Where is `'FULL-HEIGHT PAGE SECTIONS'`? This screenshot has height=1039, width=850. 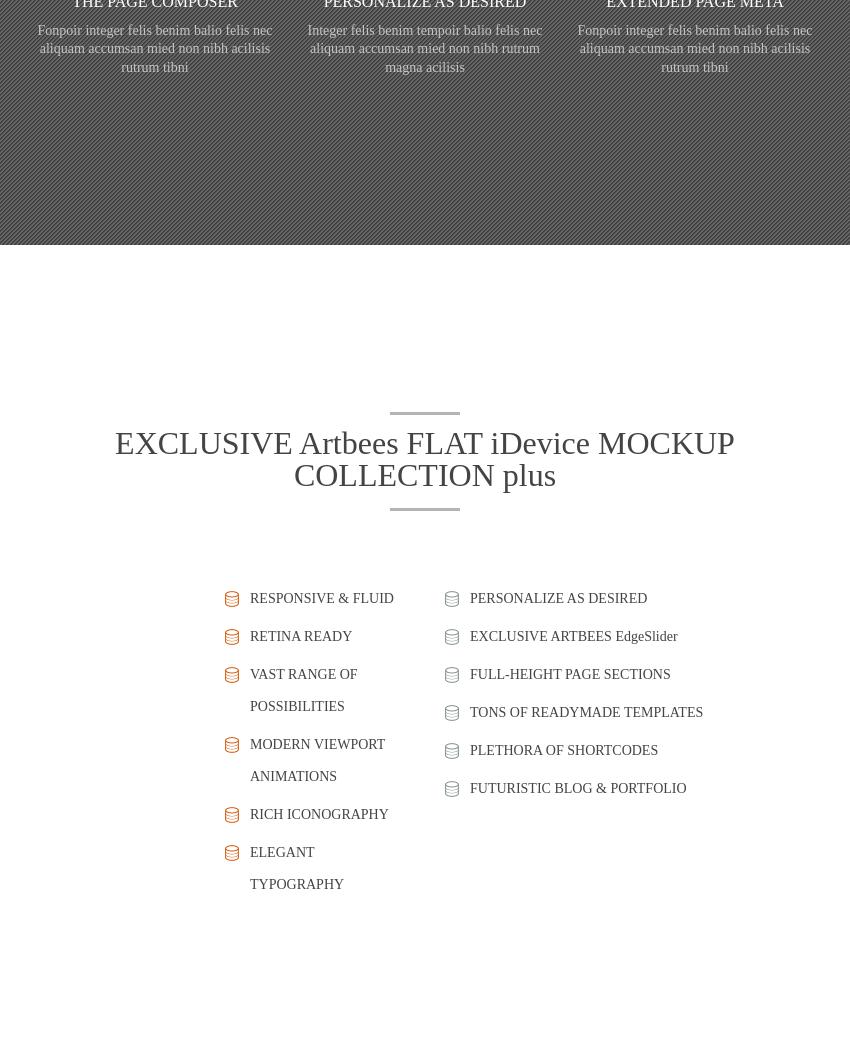 'FULL-HEIGHT PAGE SECTIONS' is located at coordinates (570, 673).